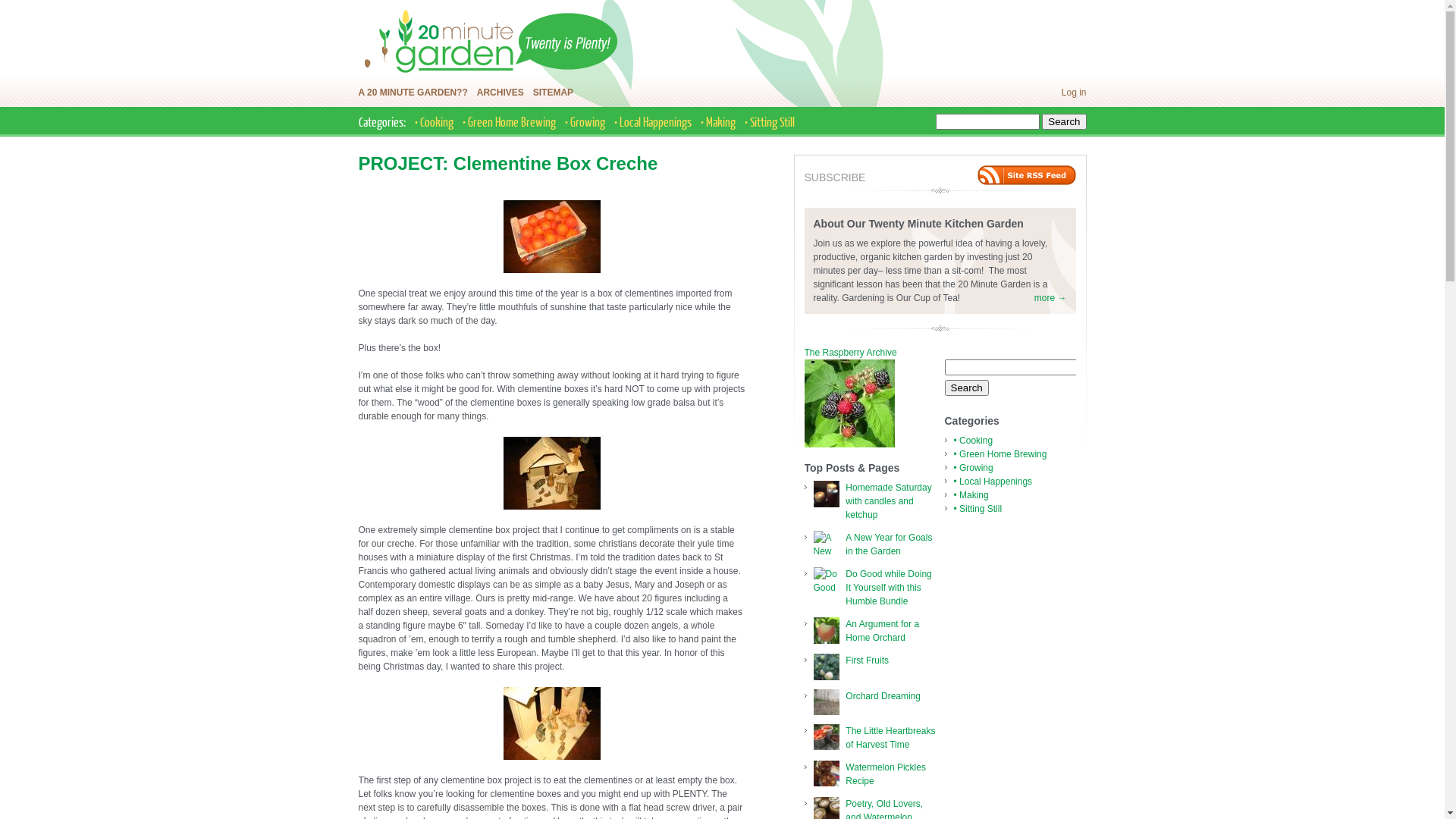 The height and width of the screenshot is (819, 1456). What do you see at coordinates (803, 353) in the screenshot?
I see `'The Raspberry Archive'` at bounding box center [803, 353].